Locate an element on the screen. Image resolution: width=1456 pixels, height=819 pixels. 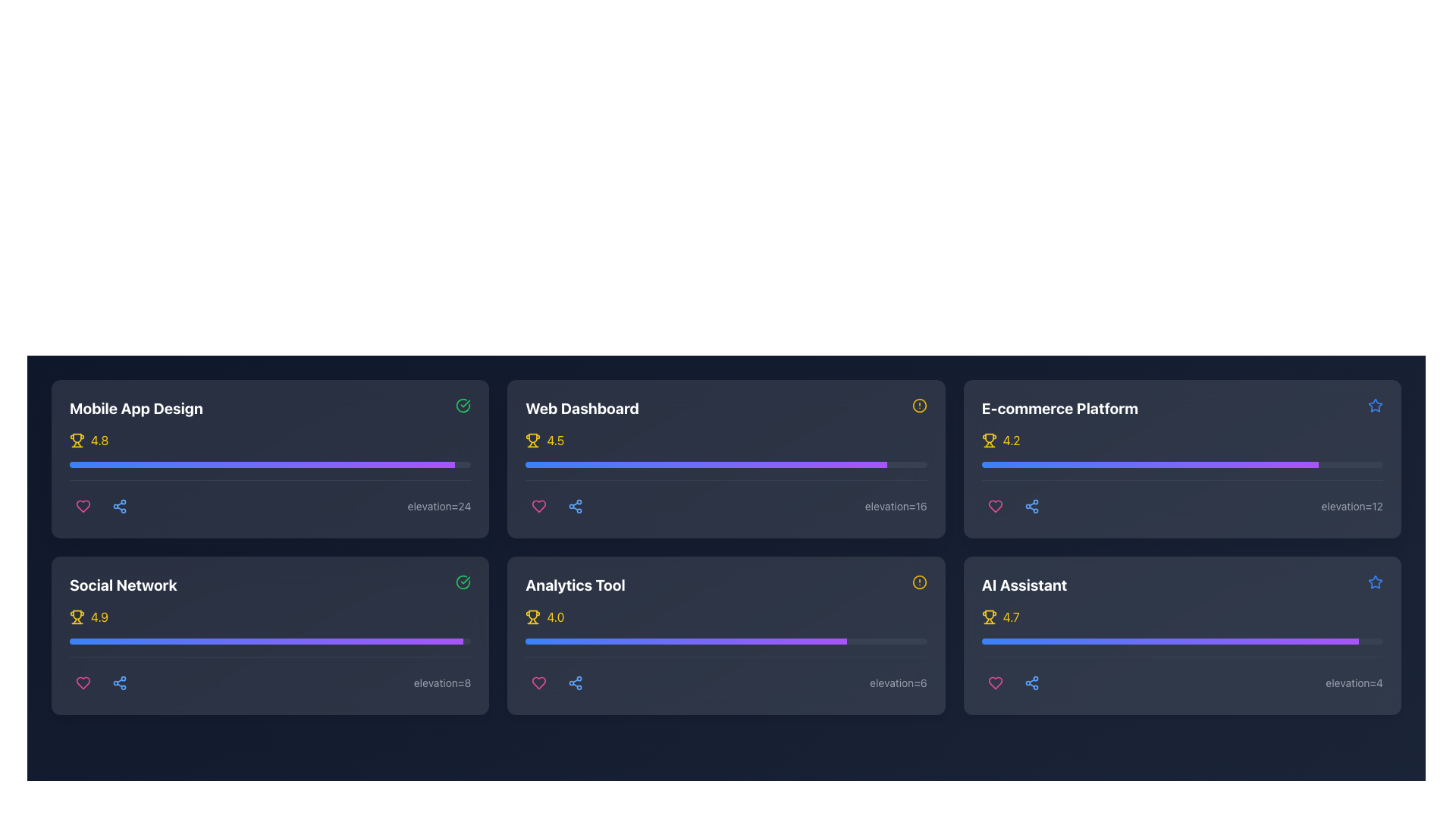
the heart icon located within the 'Analytics Tool' card is located at coordinates (539, 683).